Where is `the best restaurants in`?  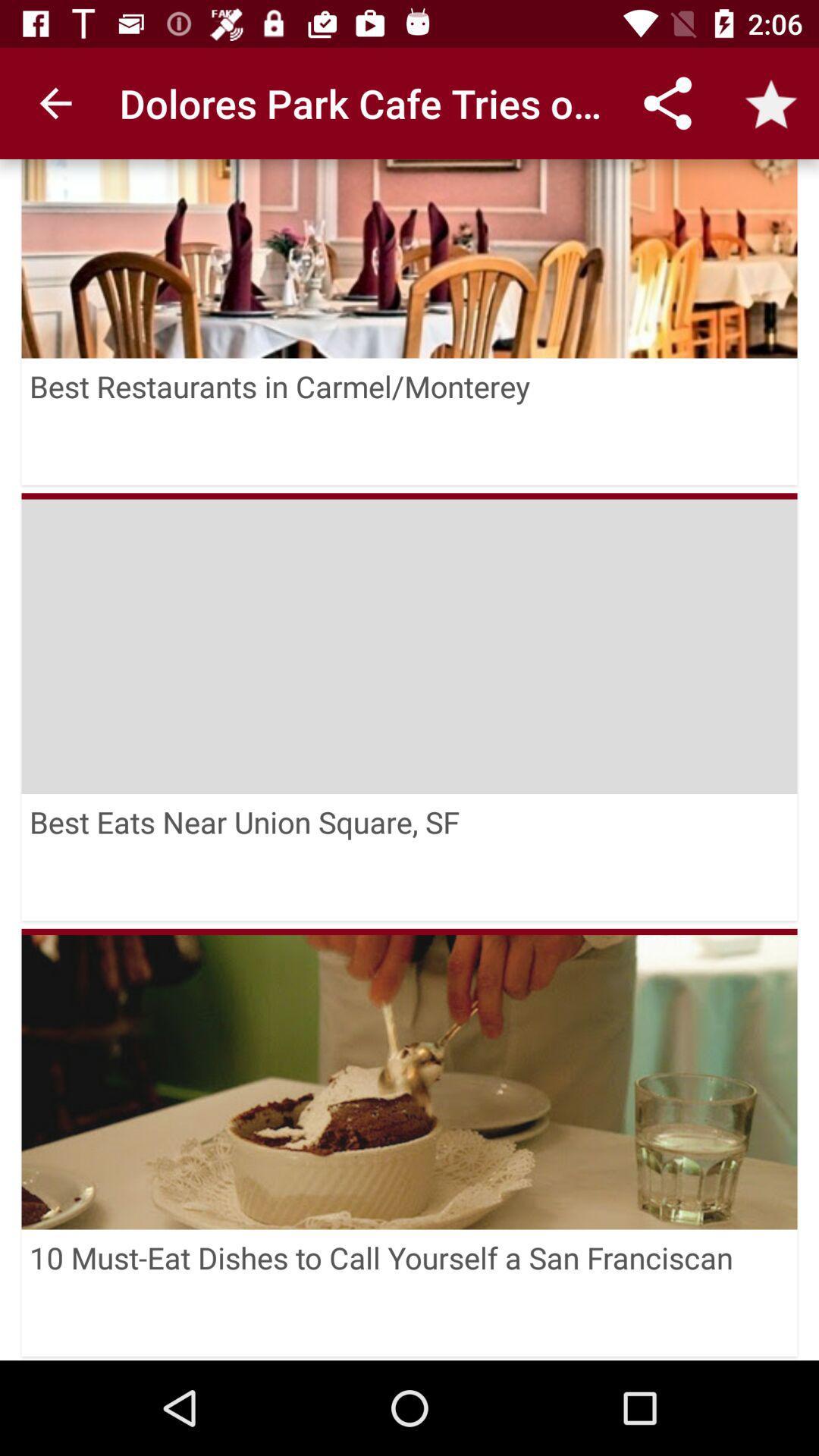
the best restaurants in is located at coordinates (409, 422).